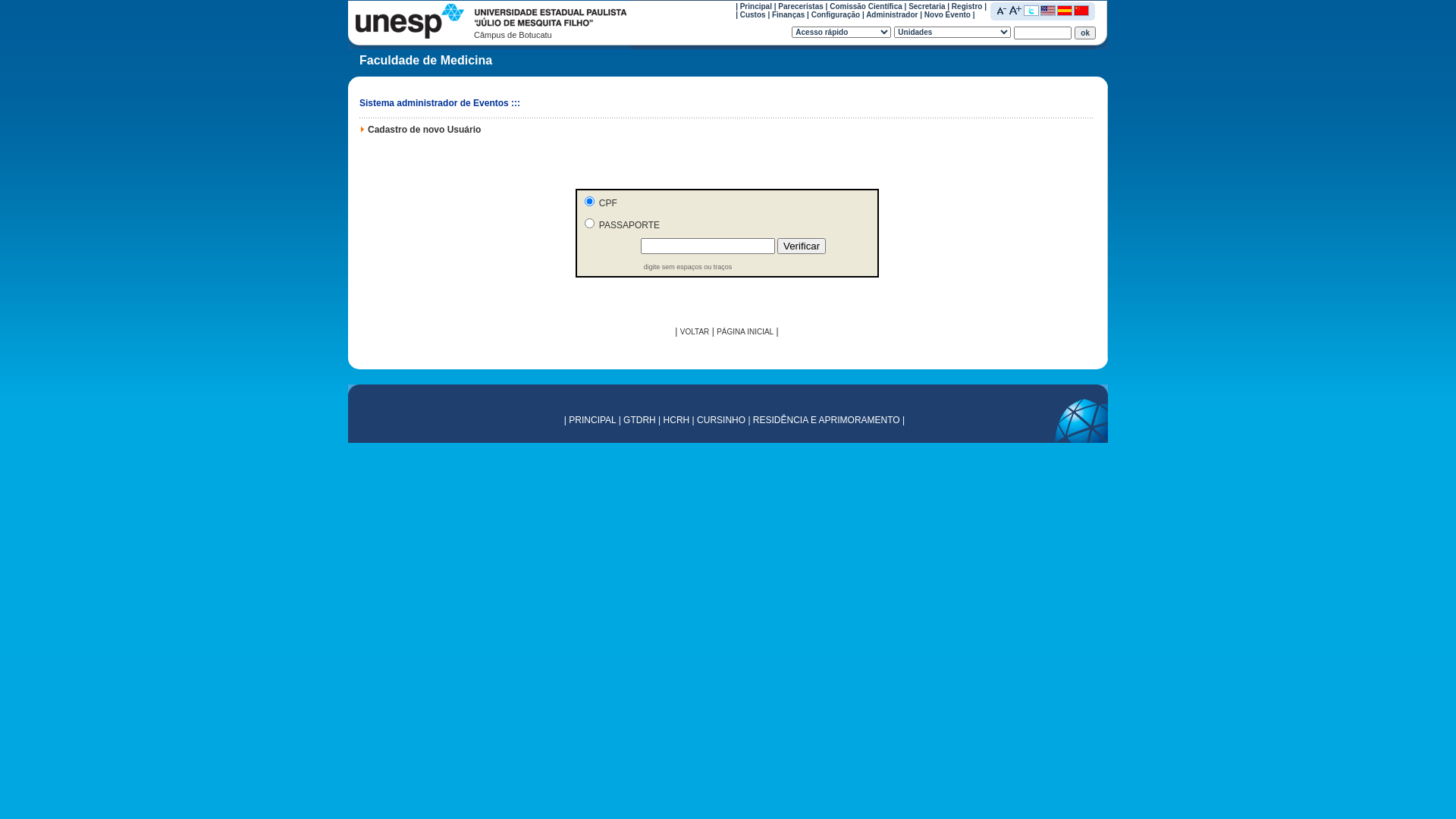 This screenshot has height=819, width=1456. I want to click on 'diminuir fonte', so click(996, 9).